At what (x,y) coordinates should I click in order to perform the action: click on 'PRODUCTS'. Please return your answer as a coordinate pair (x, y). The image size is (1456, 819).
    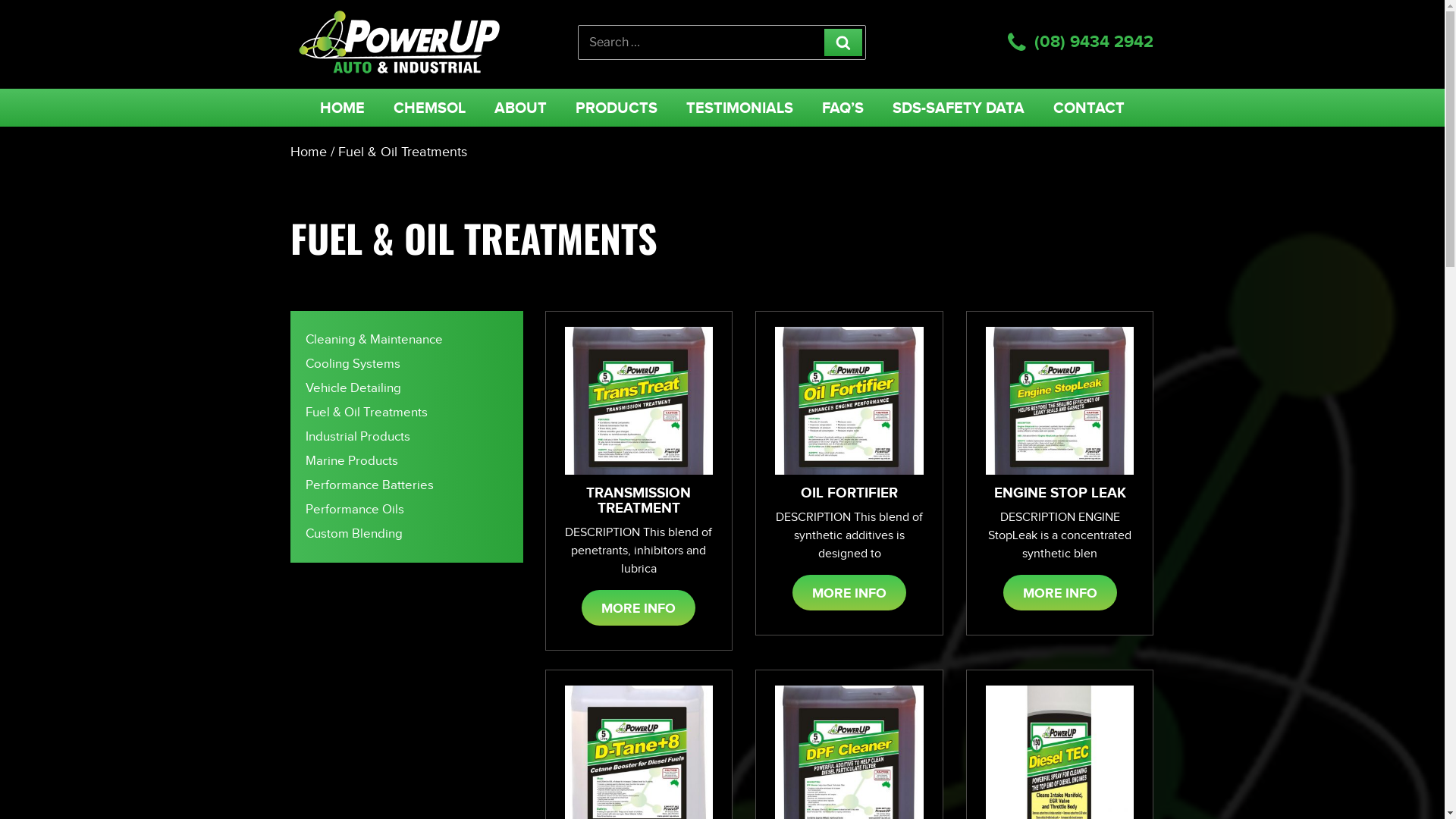
    Looking at the image, I should click on (616, 107).